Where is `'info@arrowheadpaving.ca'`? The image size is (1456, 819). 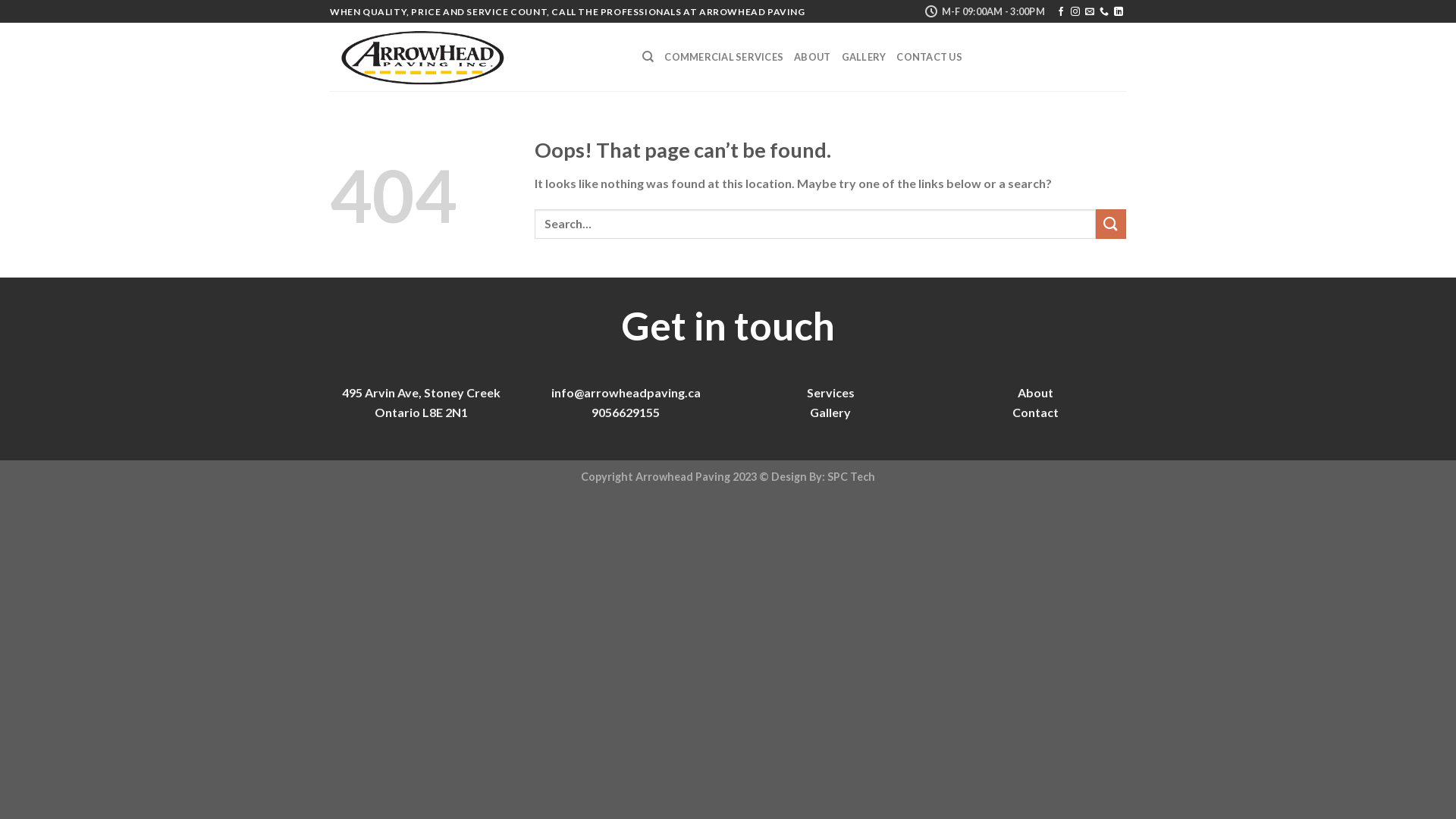
'info@arrowheadpaving.ca' is located at coordinates (625, 391).